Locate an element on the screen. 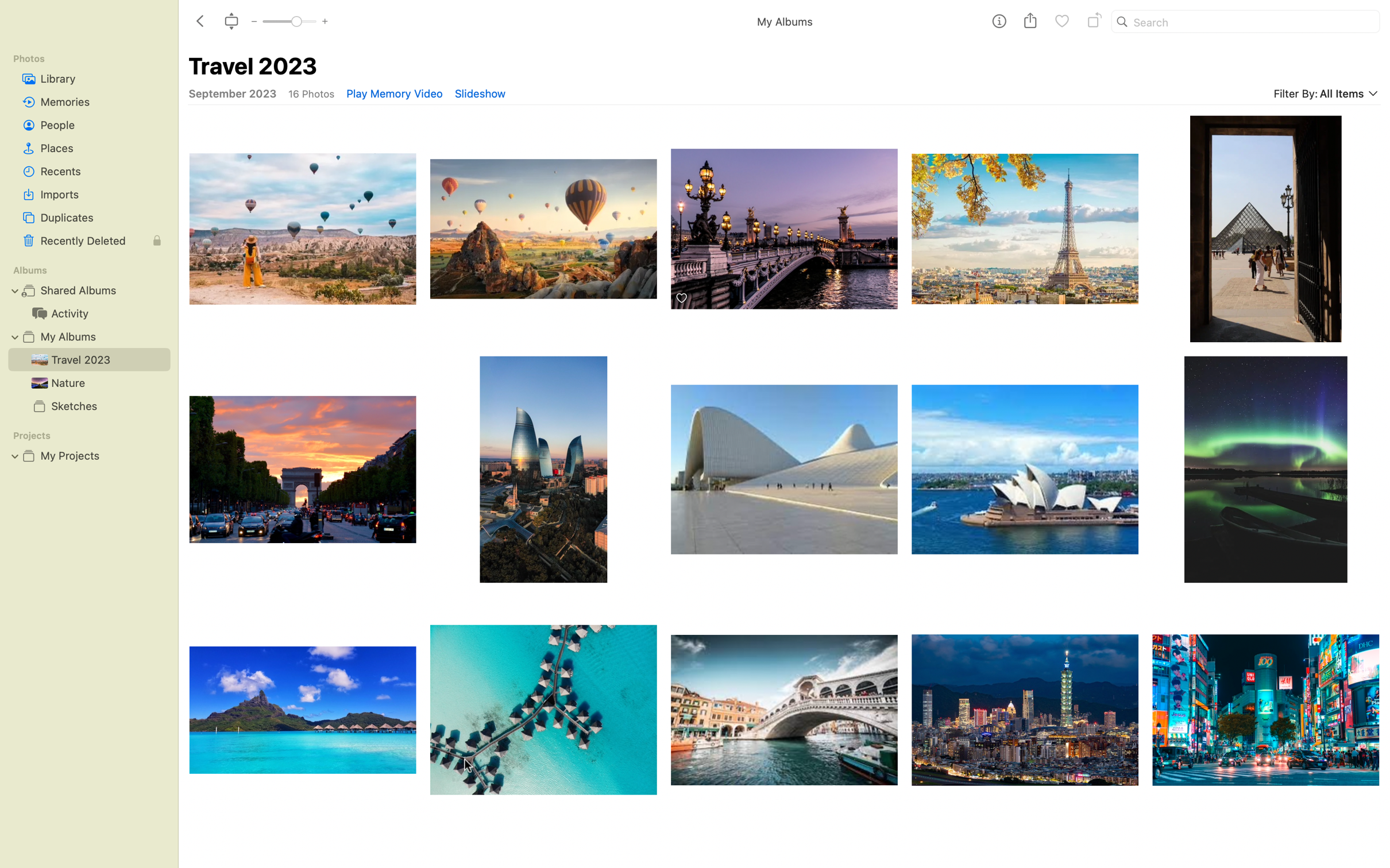 Image resolution: width=1390 pixels, height=868 pixels. Spin Eiffel Tower Picture 360 degrees is located at coordinates (1024, 222).